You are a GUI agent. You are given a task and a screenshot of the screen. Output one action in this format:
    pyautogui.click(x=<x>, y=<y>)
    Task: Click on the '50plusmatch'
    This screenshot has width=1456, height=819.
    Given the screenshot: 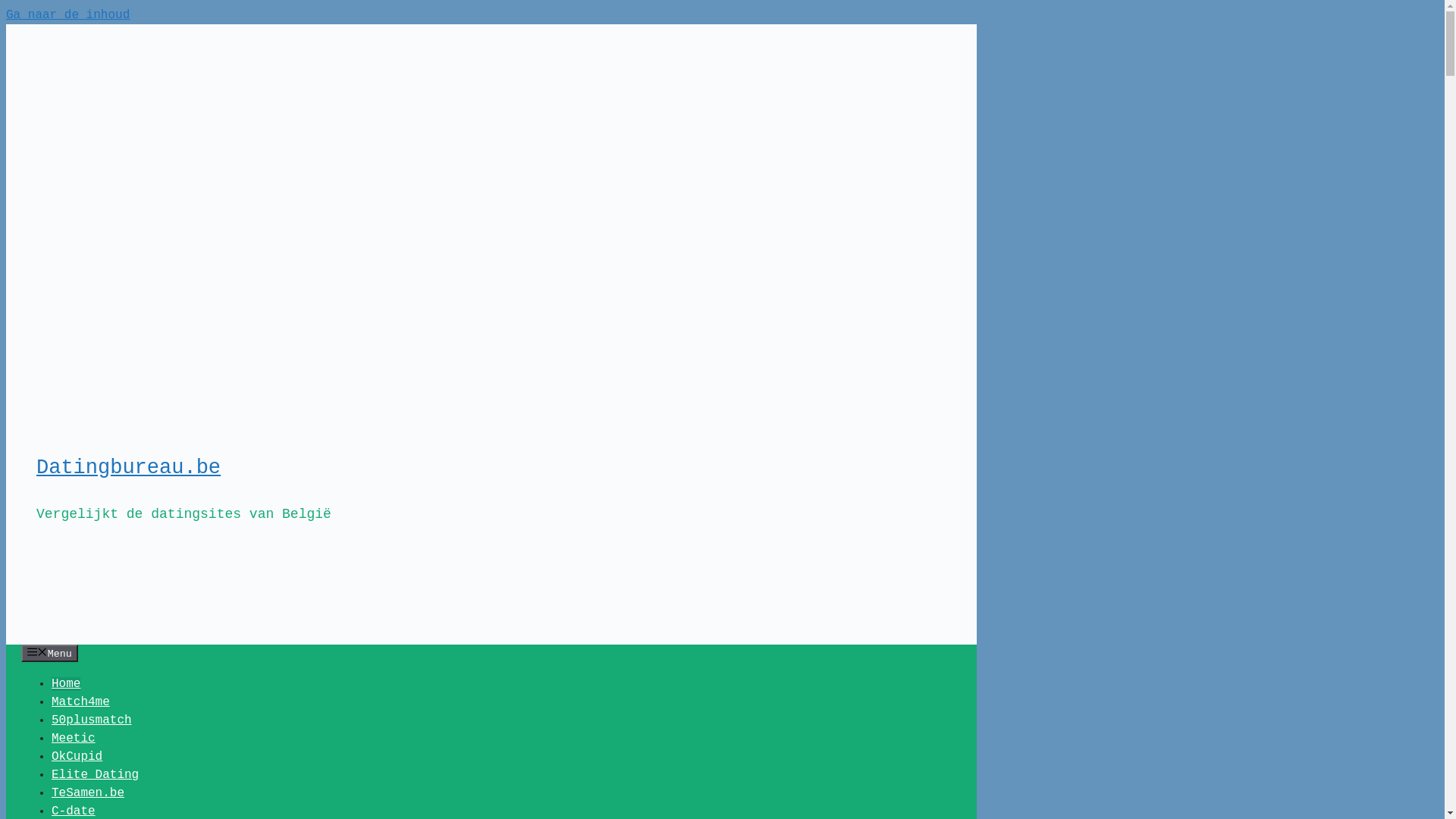 What is the action you would take?
    pyautogui.click(x=90, y=719)
    